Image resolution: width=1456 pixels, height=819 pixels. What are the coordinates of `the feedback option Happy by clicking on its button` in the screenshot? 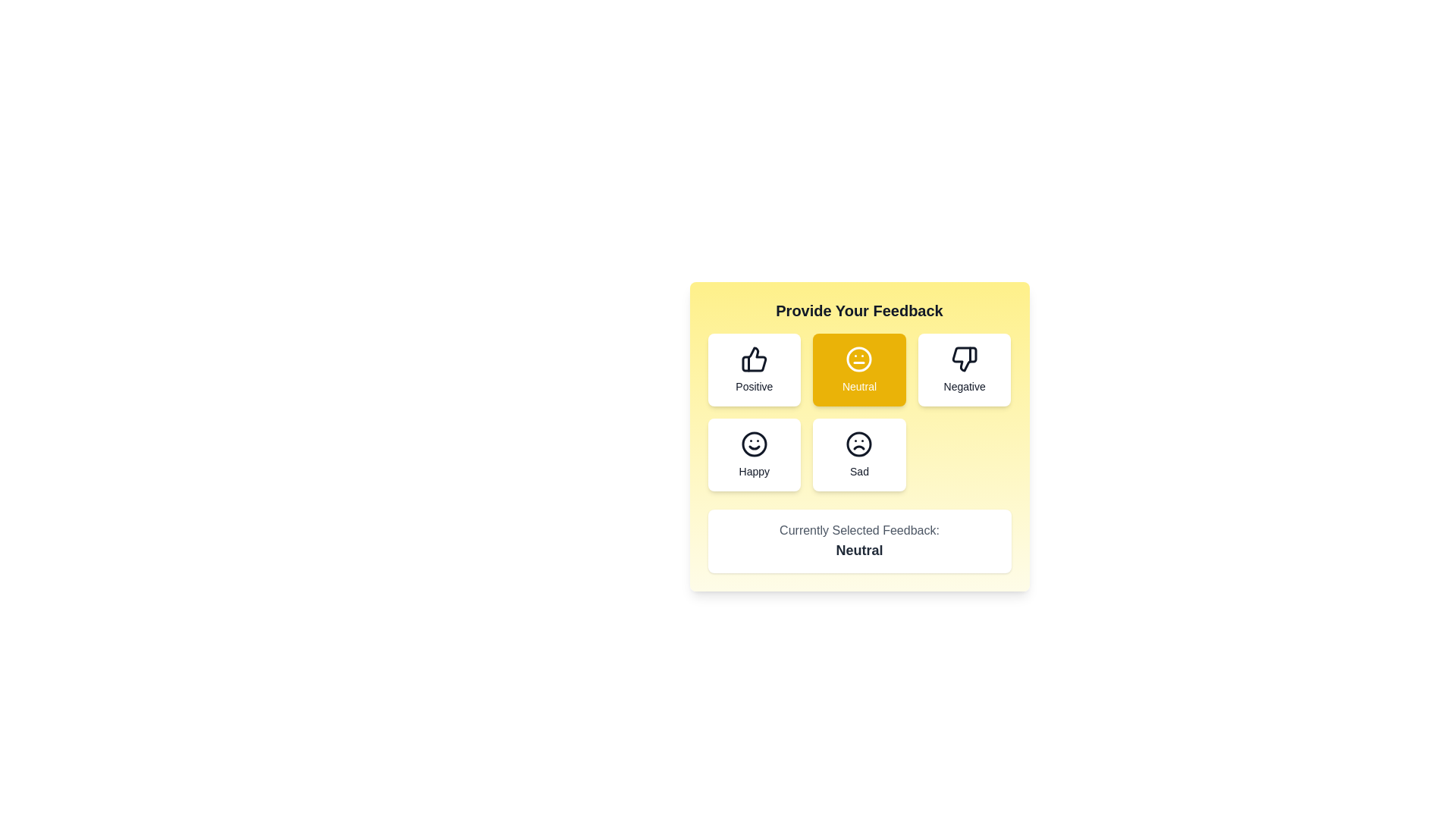 It's located at (754, 454).